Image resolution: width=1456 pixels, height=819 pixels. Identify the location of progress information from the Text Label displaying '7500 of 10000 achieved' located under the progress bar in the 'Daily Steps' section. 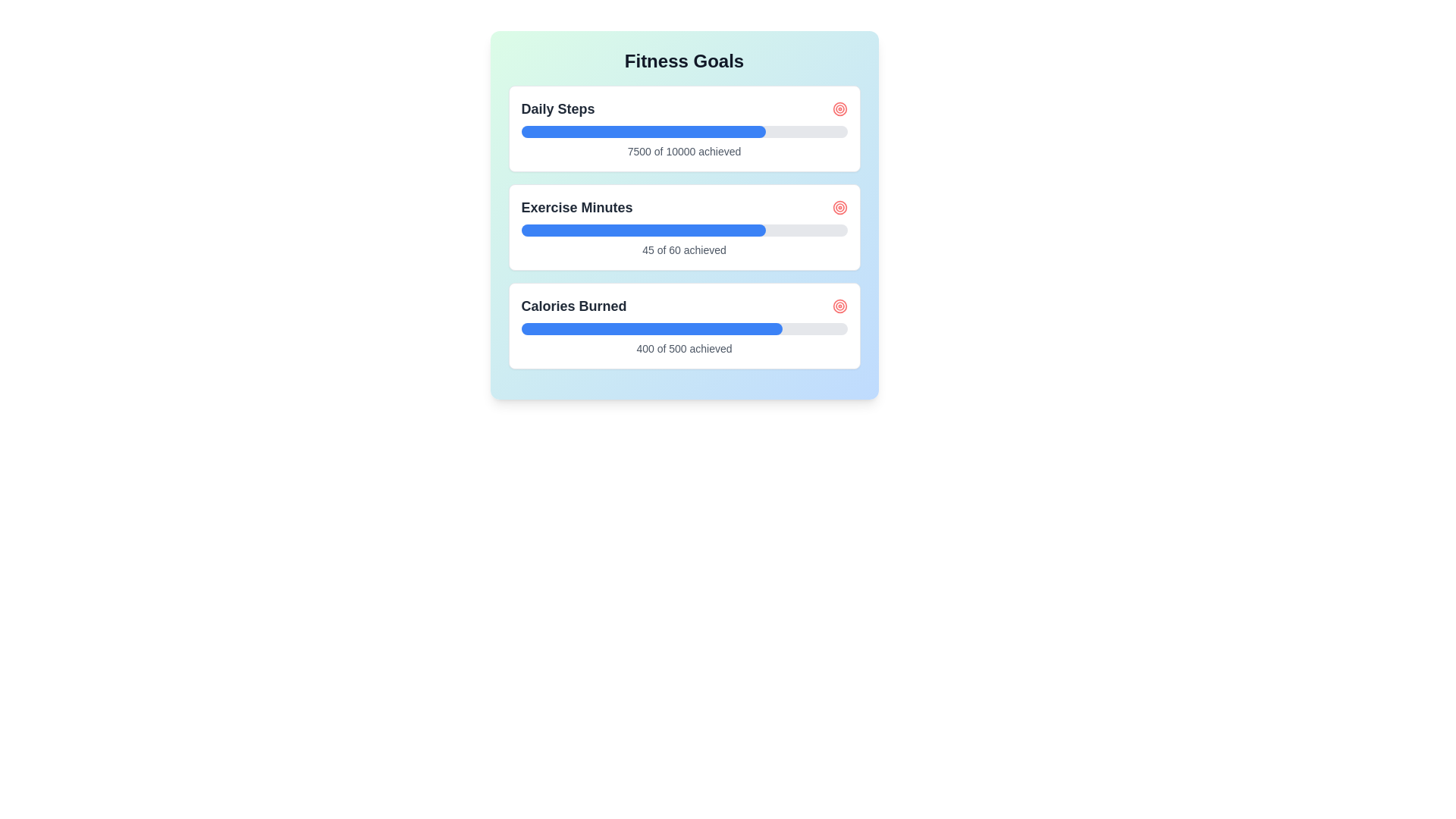
(683, 152).